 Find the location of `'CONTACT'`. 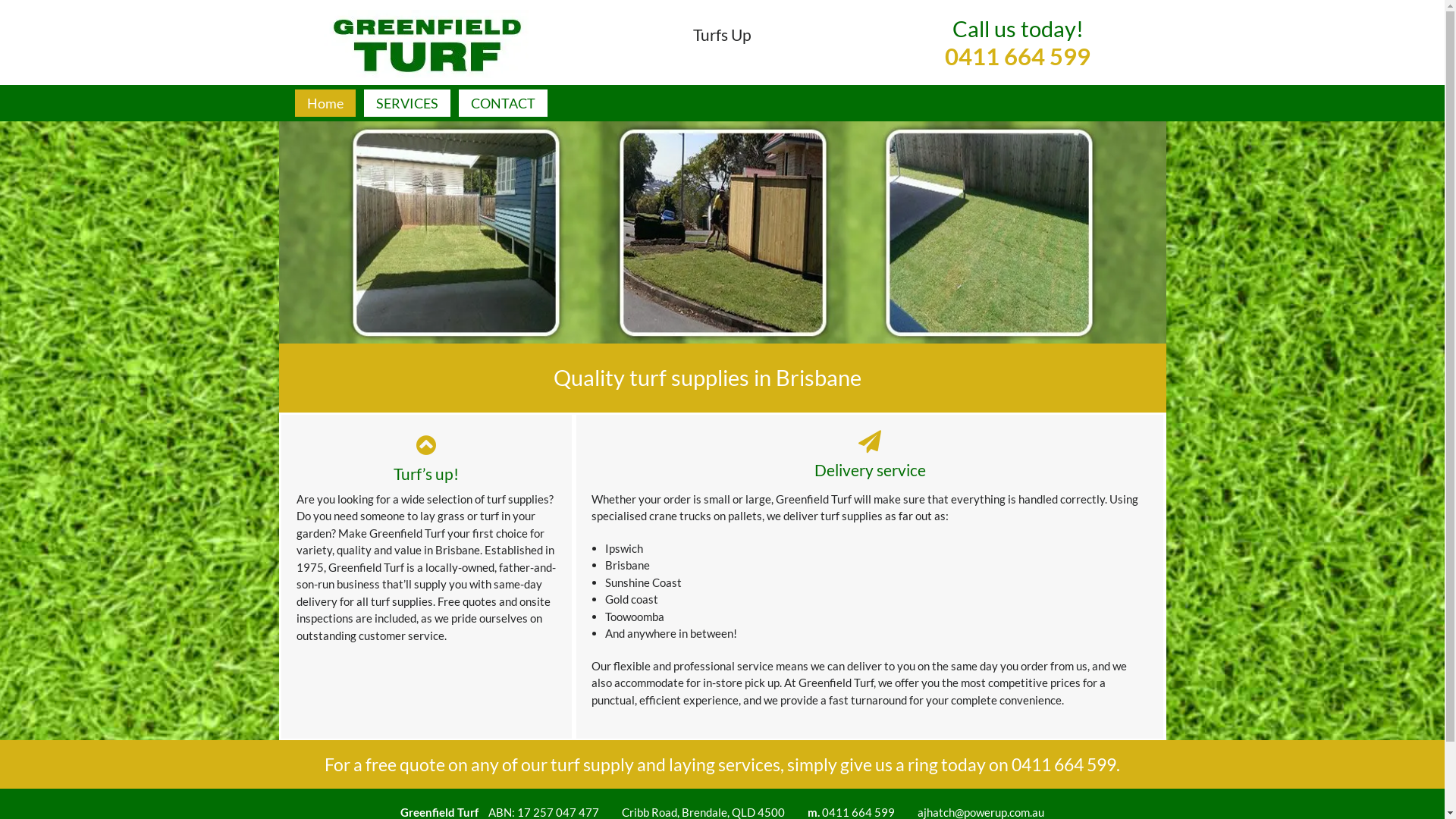

'CONTACT' is located at coordinates (502, 102).